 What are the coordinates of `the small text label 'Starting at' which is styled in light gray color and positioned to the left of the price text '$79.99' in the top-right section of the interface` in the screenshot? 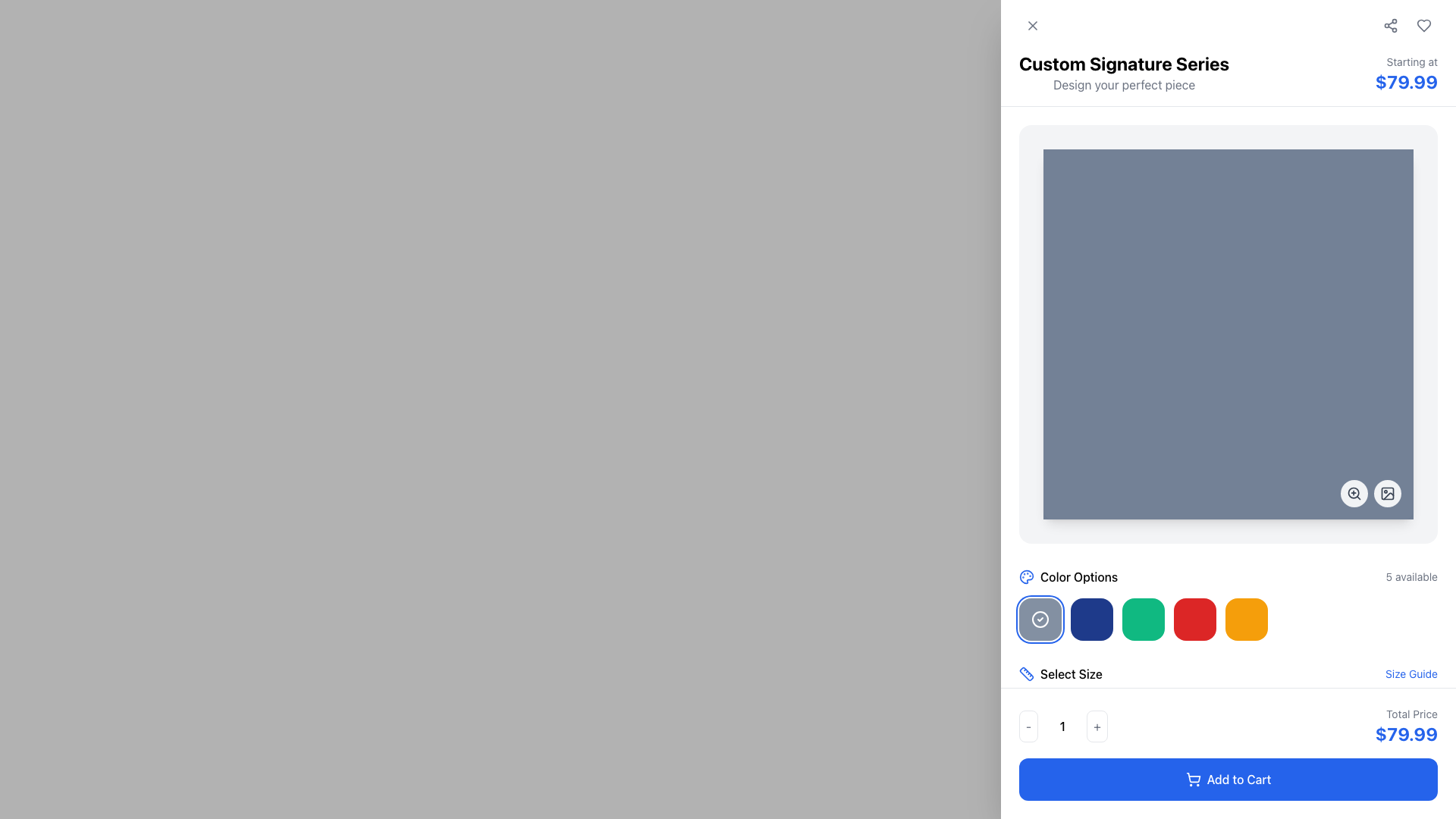 It's located at (1405, 61).